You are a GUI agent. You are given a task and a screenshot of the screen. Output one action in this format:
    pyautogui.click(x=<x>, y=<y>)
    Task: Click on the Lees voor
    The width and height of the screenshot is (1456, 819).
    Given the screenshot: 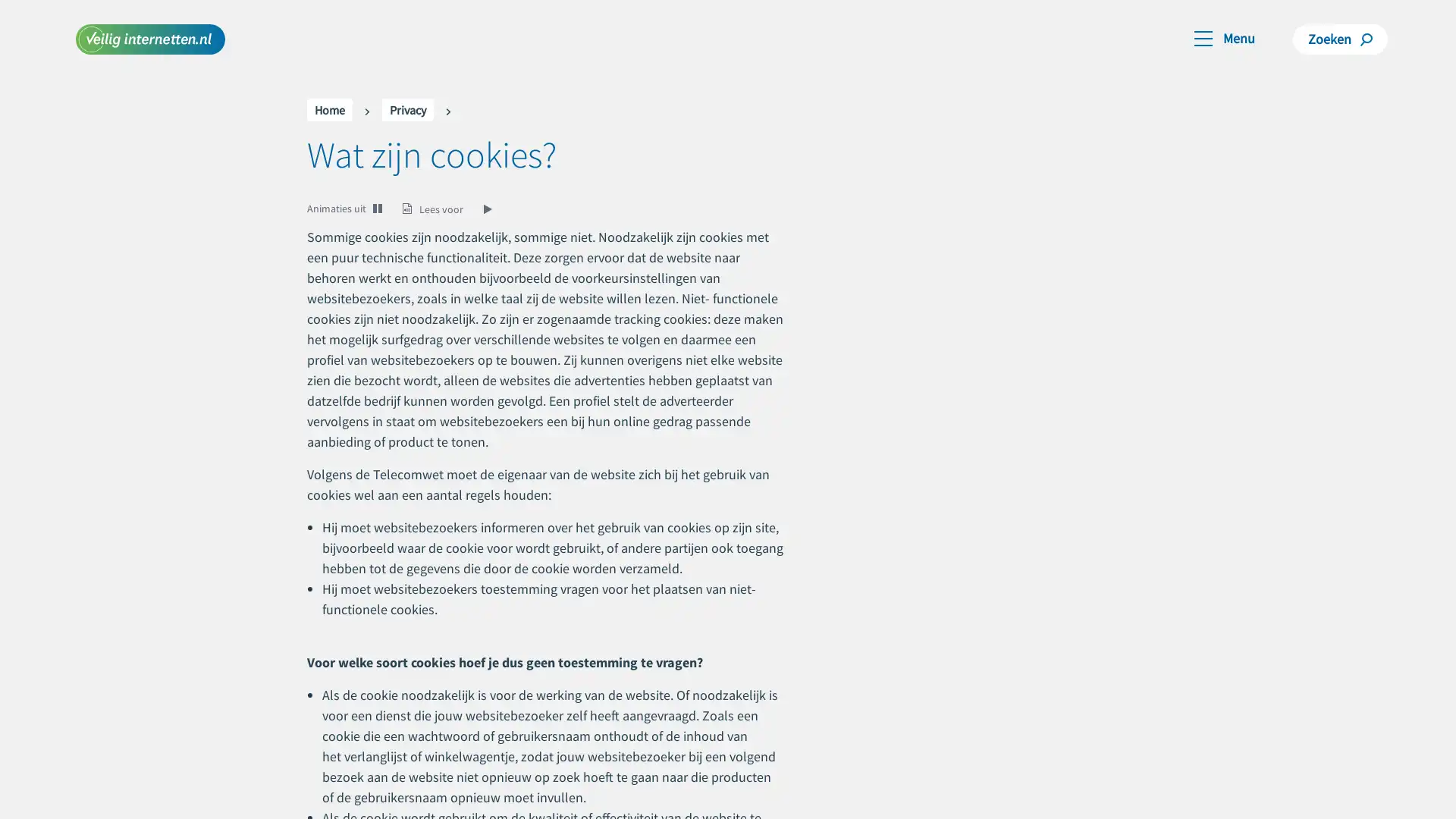 What is the action you would take?
    pyautogui.click(x=449, y=208)
    